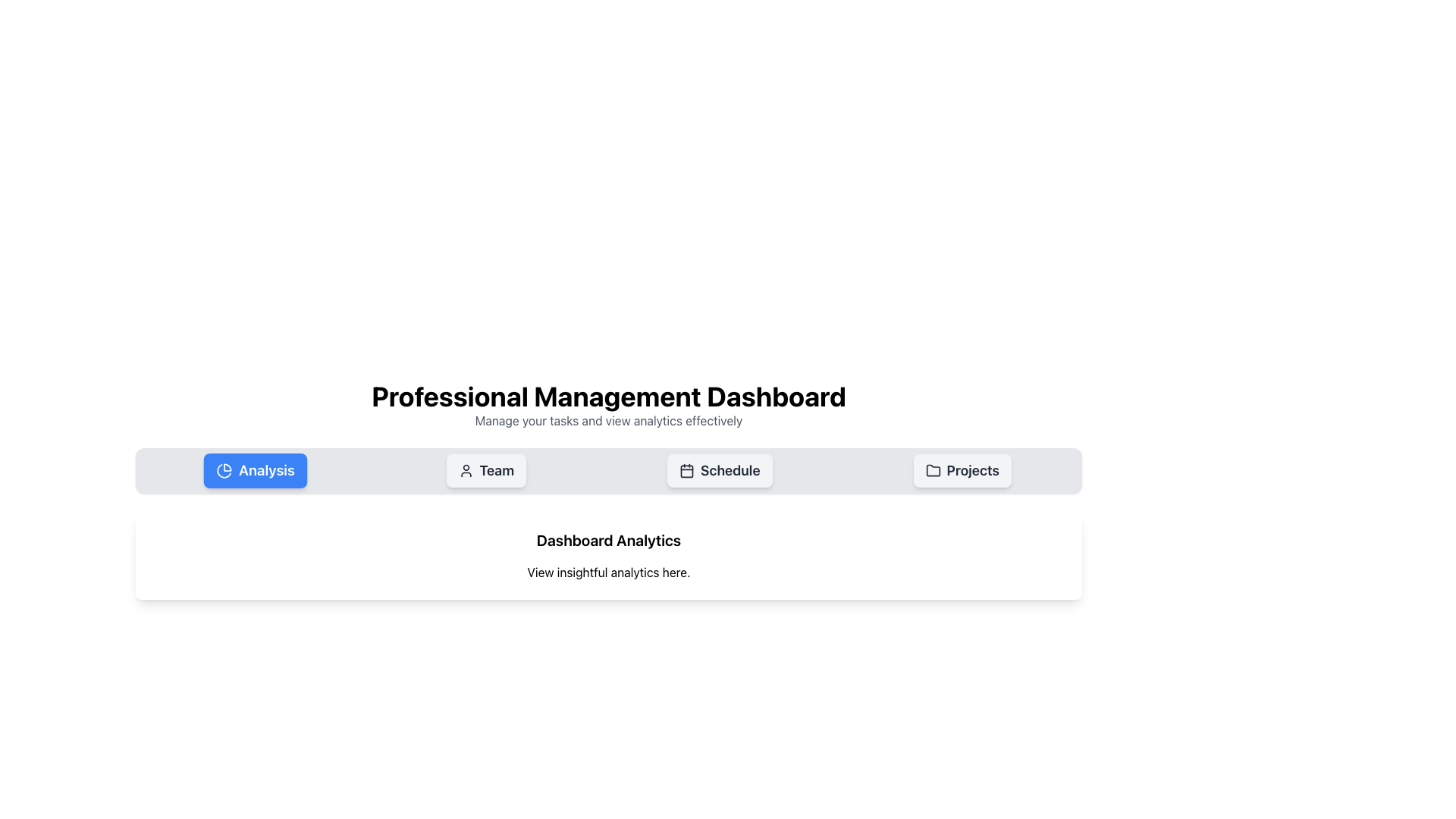  What do you see at coordinates (730, 470) in the screenshot?
I see `the 'Schedule' navigation button located in the horizontal menu bar, centered between the 'Team' and 'Projects' buttons` at bounding box center [730, 470].